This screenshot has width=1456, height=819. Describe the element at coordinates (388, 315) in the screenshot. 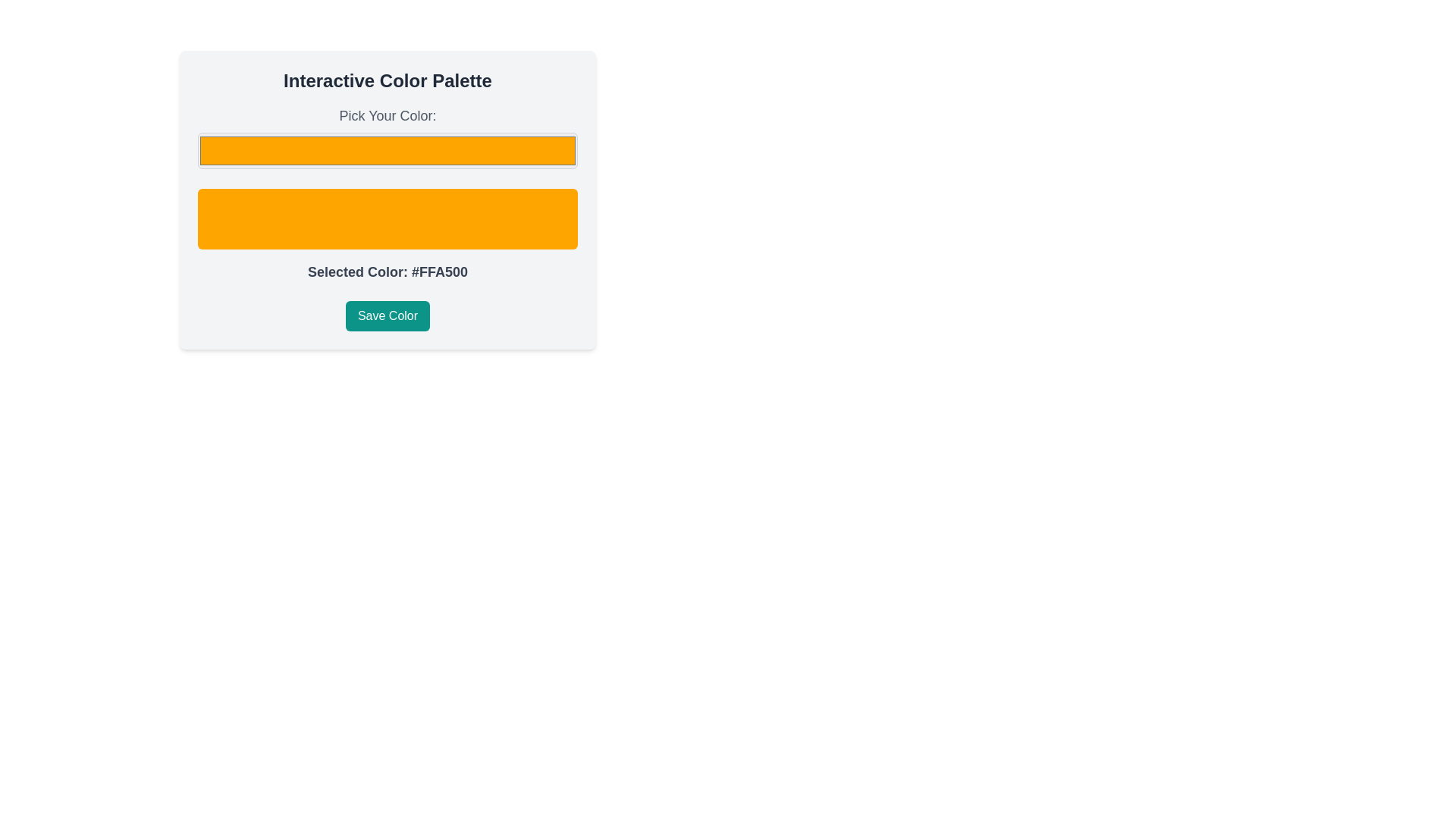

I see `the button that saves the selected color, located below the text 'Selected Color: #FFA500' and centered horizontally` at that location.